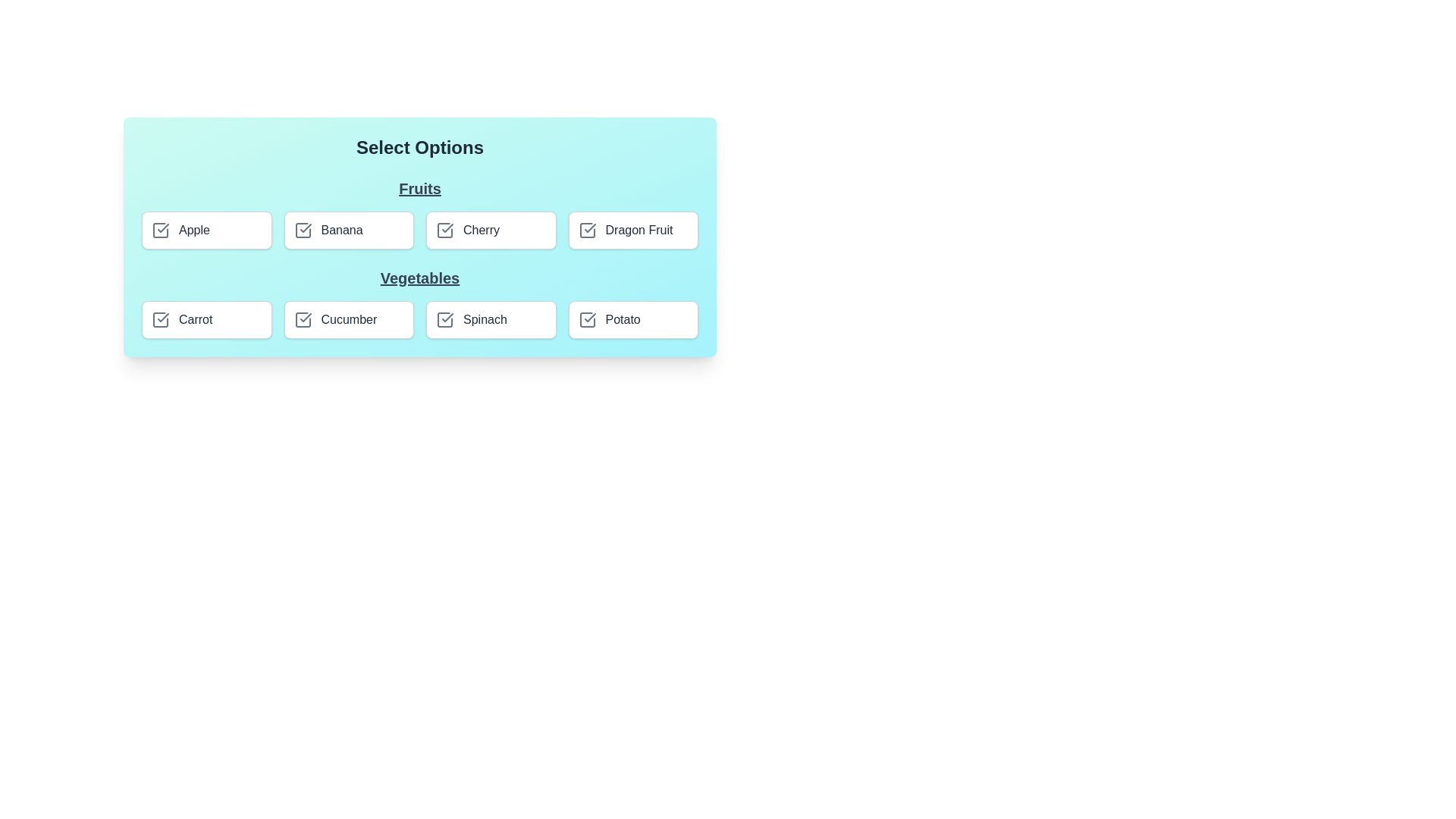 This screenshot has width=1456, height=819. What do you see at coordinates (206, 318) in the screenshot?
I see `the first selectable list item with a gray checkmark and bold text 'Carrot'` at bounding box center [206, 318].